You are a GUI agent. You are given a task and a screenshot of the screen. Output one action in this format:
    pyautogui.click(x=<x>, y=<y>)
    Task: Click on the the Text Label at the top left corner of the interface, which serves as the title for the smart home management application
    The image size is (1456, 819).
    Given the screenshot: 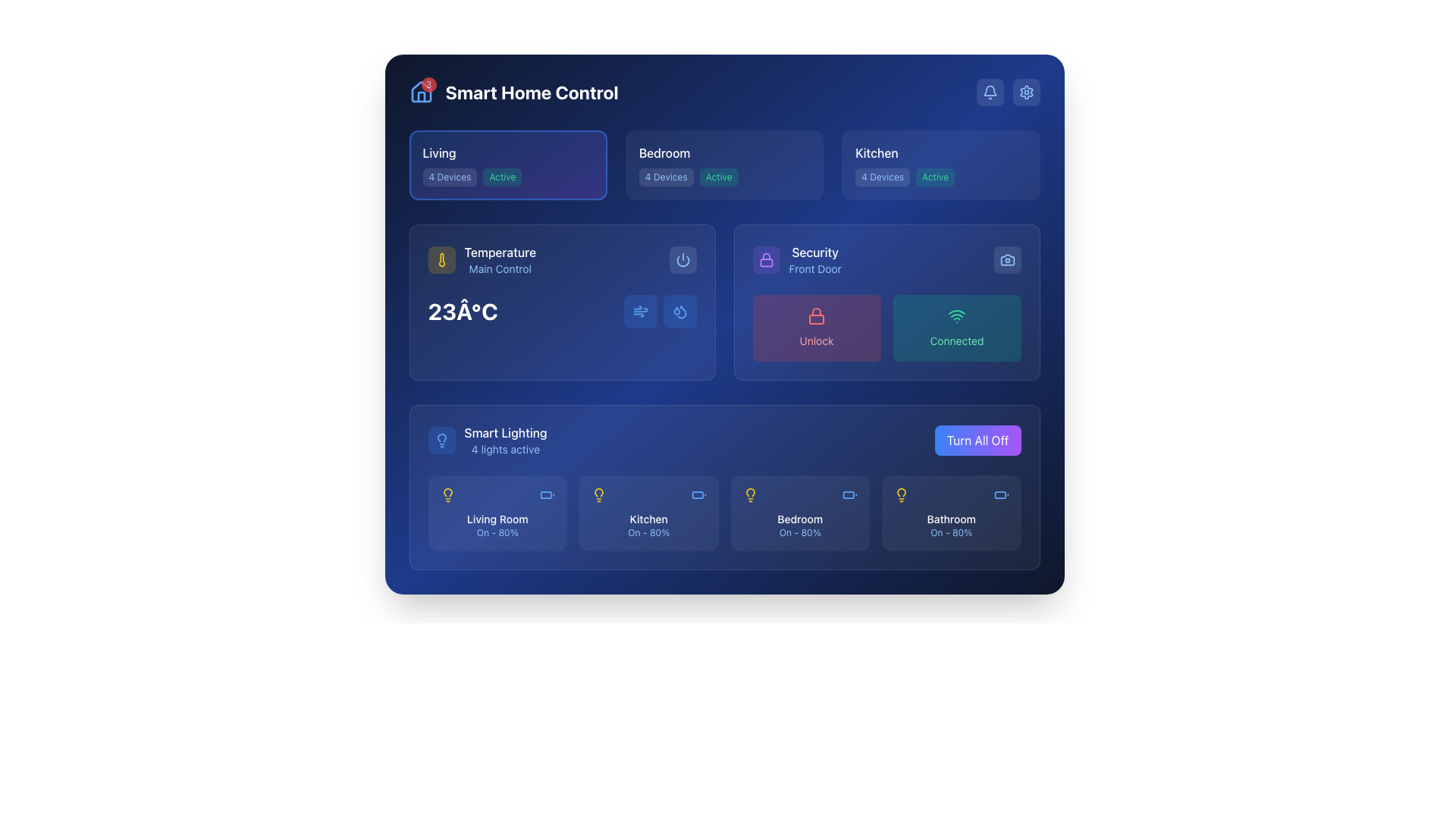 What is the action you would take?
    pyautogui.click(x=513, y=93)
    